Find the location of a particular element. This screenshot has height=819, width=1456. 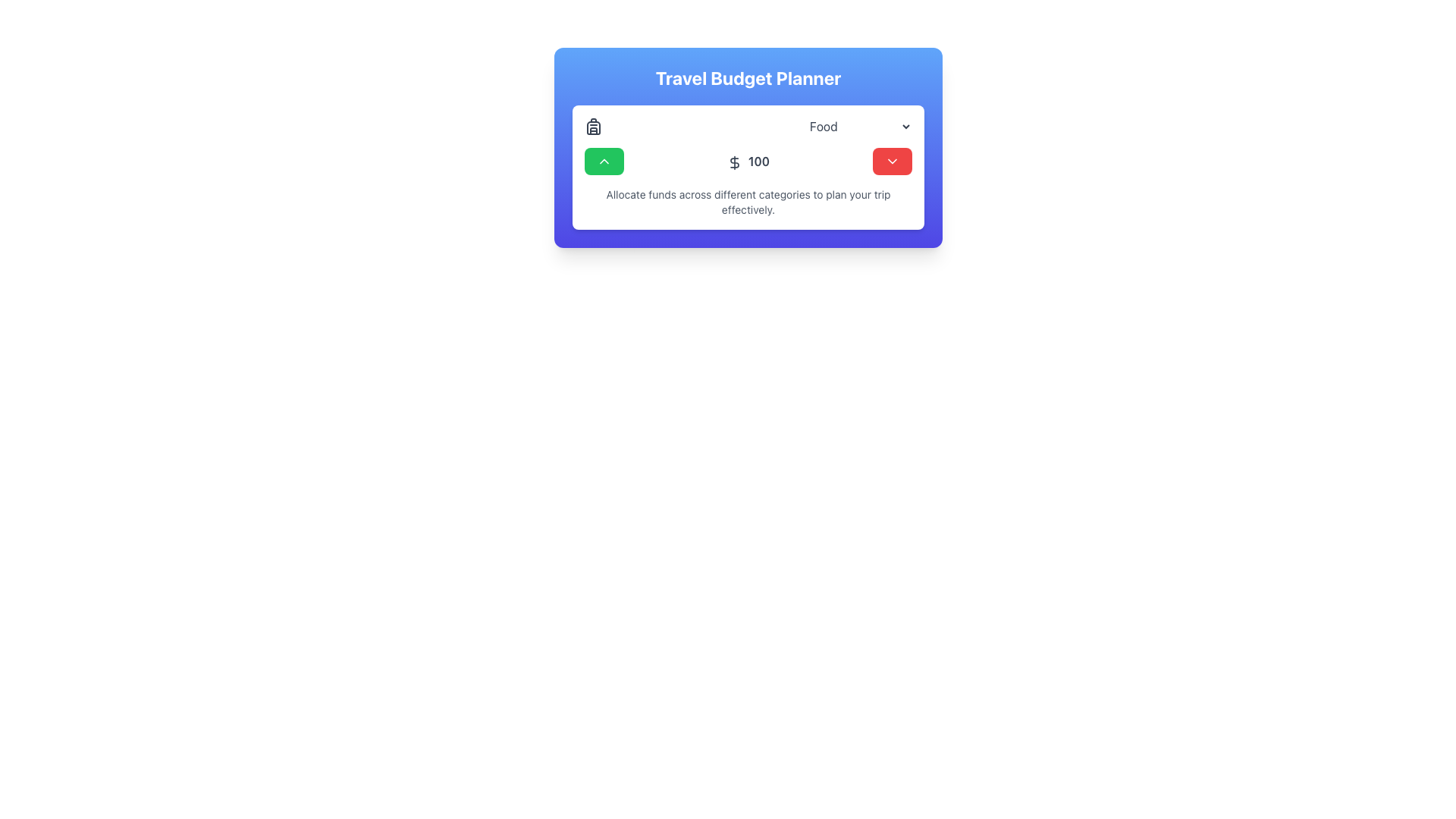

the green rectangular button with rounded corners featuring a white upward chevron, located to the left of the '$ 100' display is located at coordinates (603, 161).